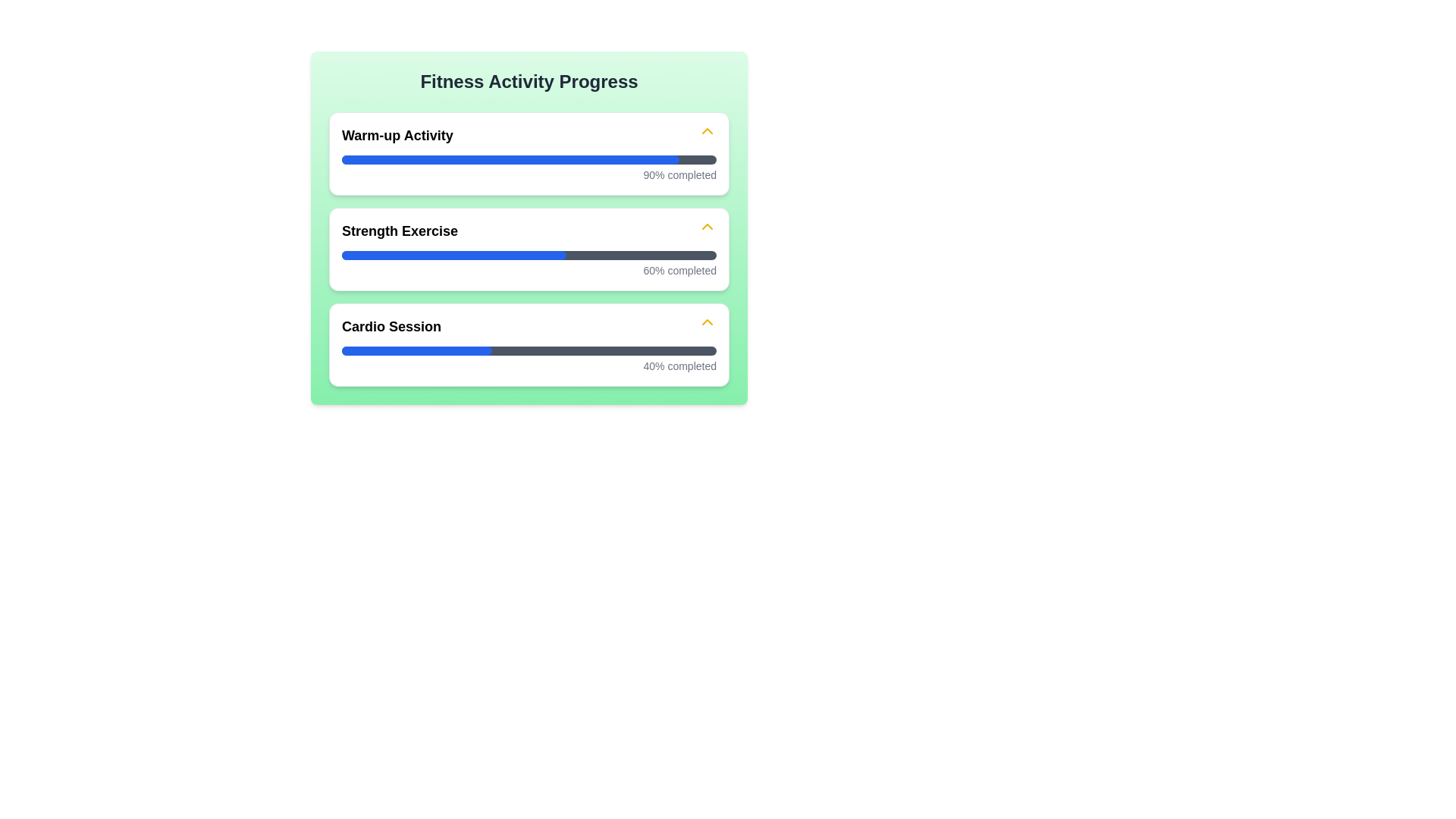 The width and height of the screenshot is (1456, 819). I want to click on the Text Label indicating the name of the activity associated with the progress tracker, located in the third row under the 'Strength Exercise' tracker, so click(391, 326).